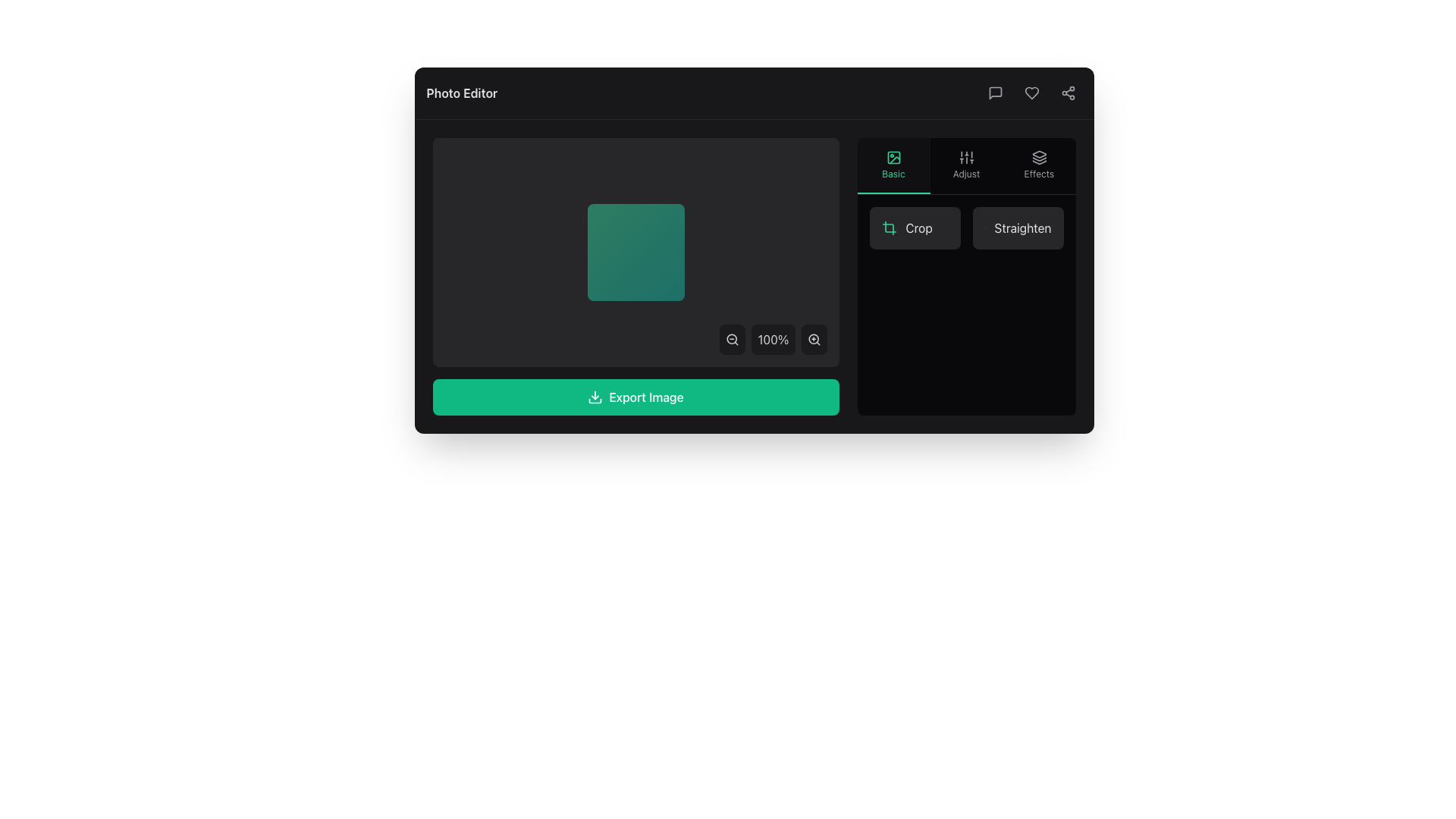 The width and height of the screenshot is (1456, 819). What do you see at coordinates (995, 93) in the screenshot?
I see `the chat bubble icon located in the top-right corner of the UI, positioned between the heart-shaped icon and the share icon in the horizontal toolbar` at bounding box center [995, 93].